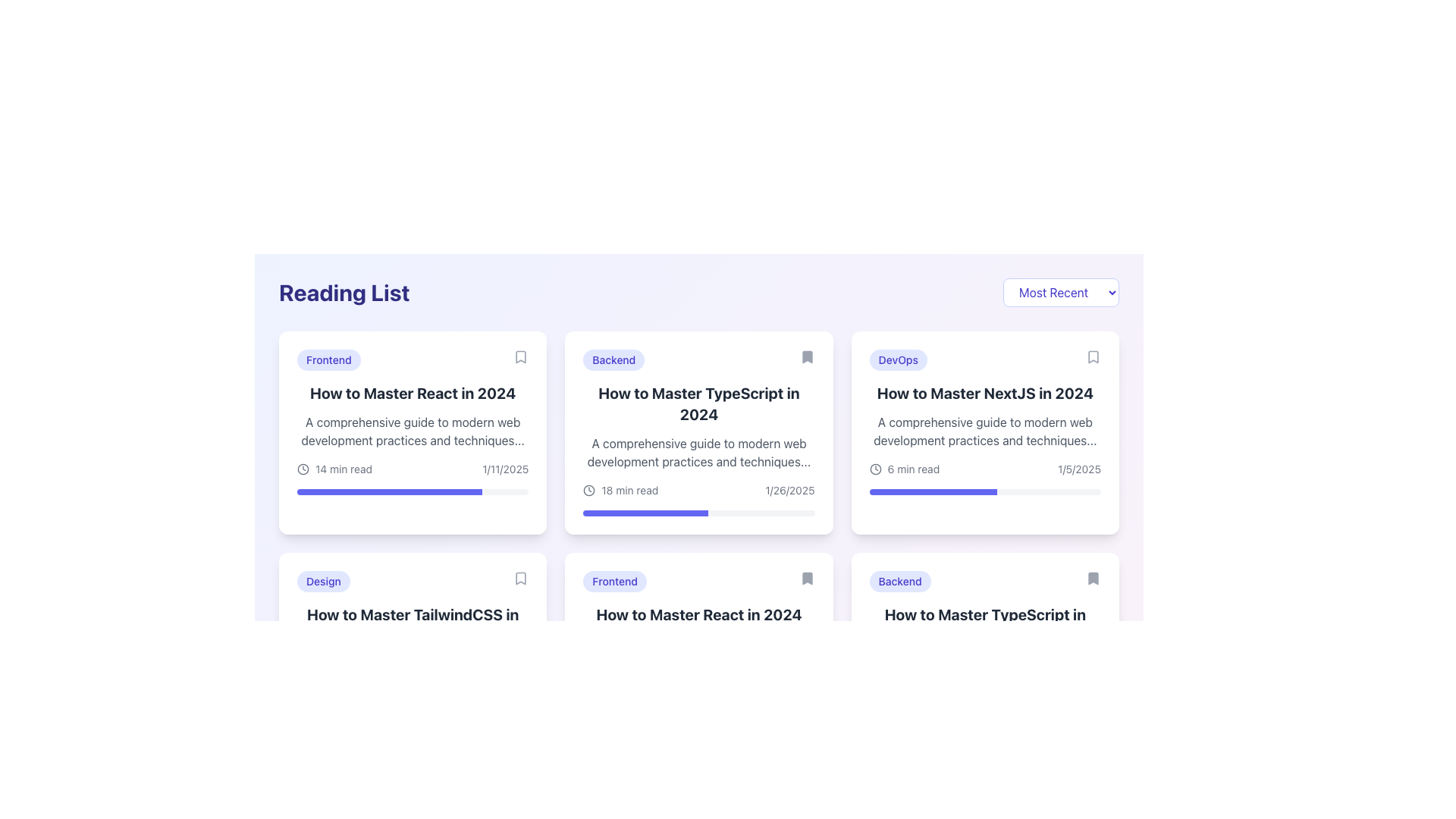 The width and height of the screenshot is (1456, 819). I want to click on the card titled 'How to Master React in 2024' located in the bottom row, middle column of the reading list grid, so click(698, 654).